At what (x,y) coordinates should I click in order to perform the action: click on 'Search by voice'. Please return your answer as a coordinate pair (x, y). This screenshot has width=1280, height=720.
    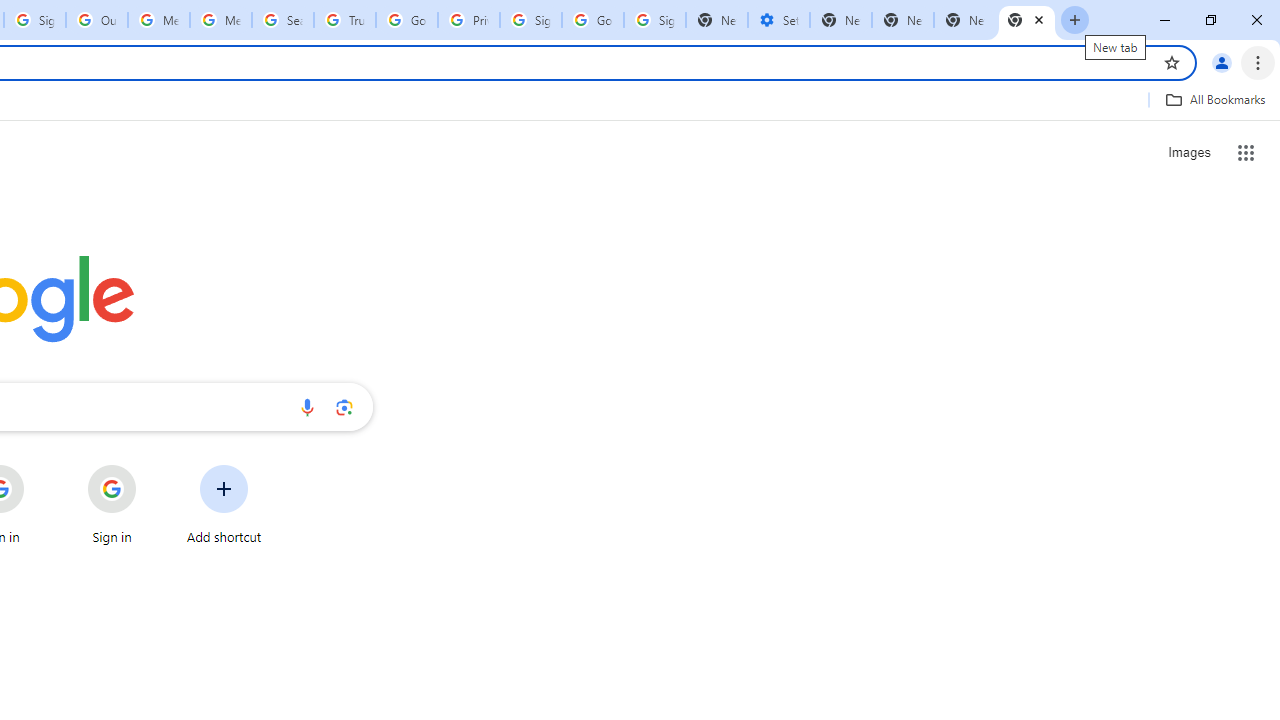
    Looking at the image, I should click on (306, 406).